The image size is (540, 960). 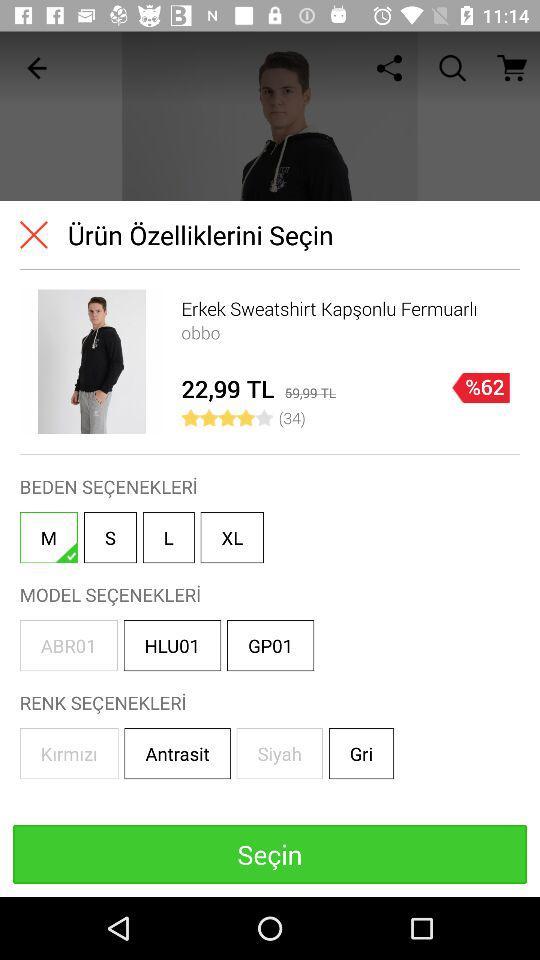 I want to click on icon to the left of the l, so click(x=110, y=536).